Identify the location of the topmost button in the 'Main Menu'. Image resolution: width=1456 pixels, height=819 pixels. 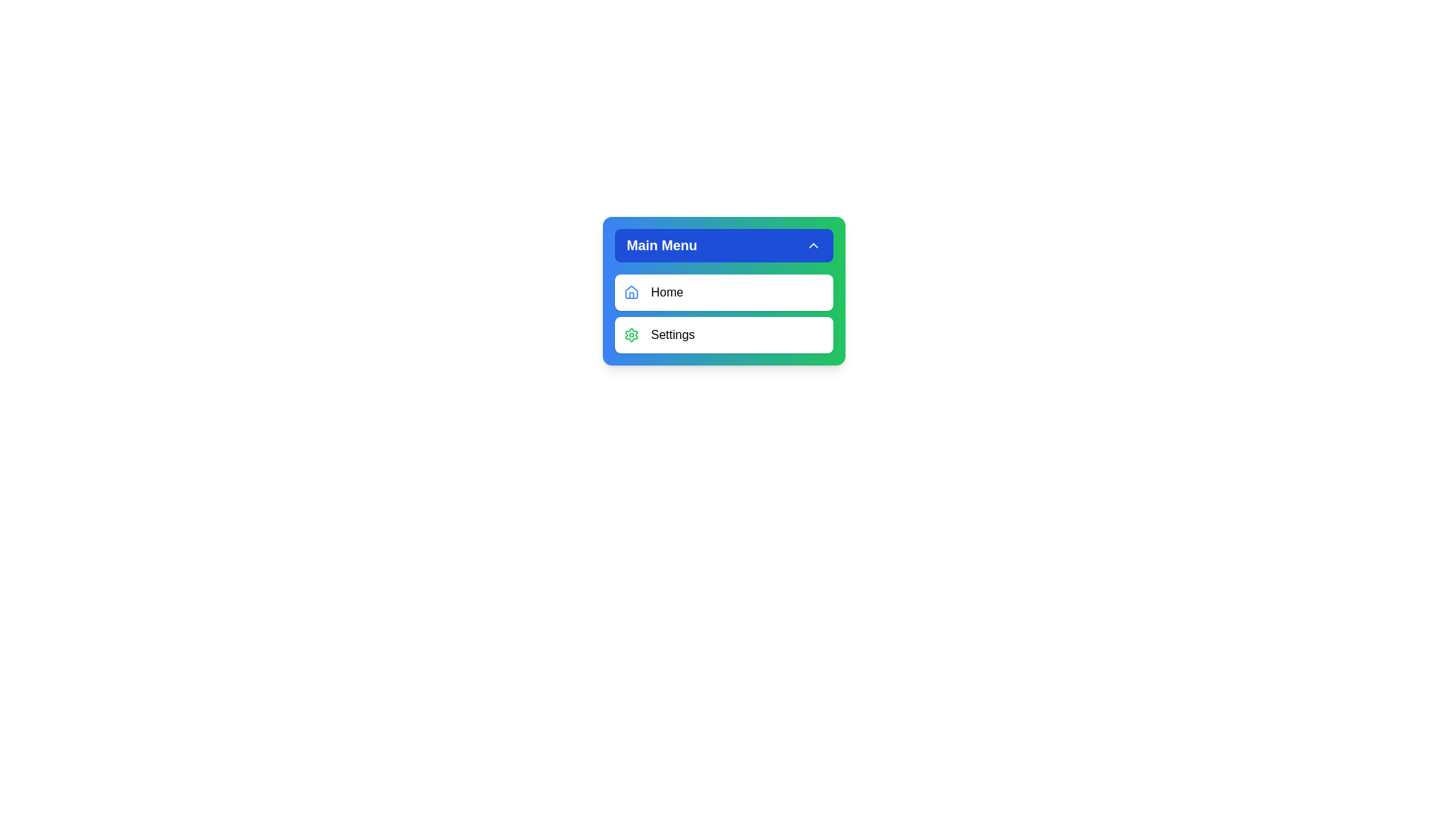
(723, 292).